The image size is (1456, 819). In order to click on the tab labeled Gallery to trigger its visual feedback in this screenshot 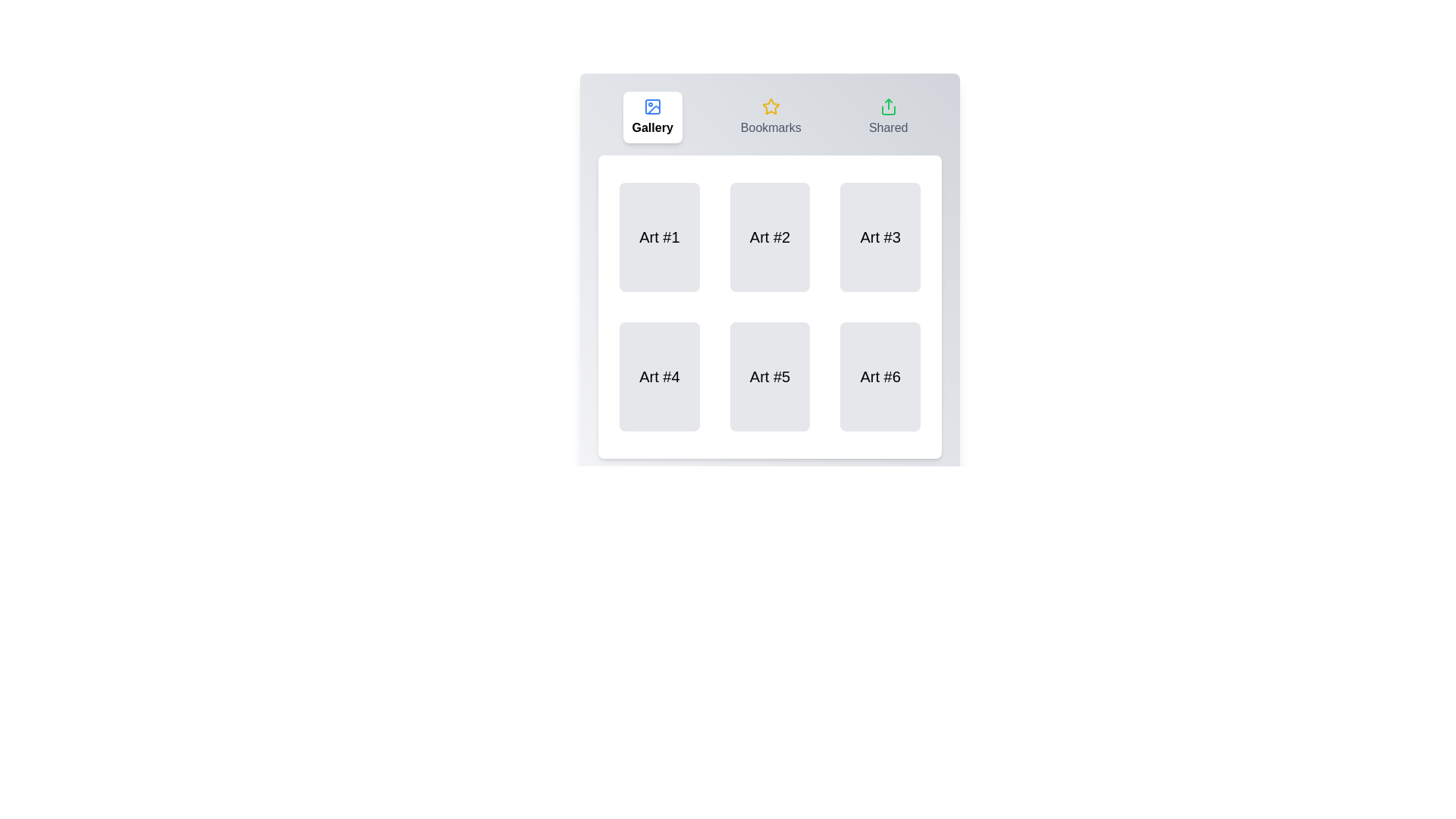, I will do `click(652, 116)`.